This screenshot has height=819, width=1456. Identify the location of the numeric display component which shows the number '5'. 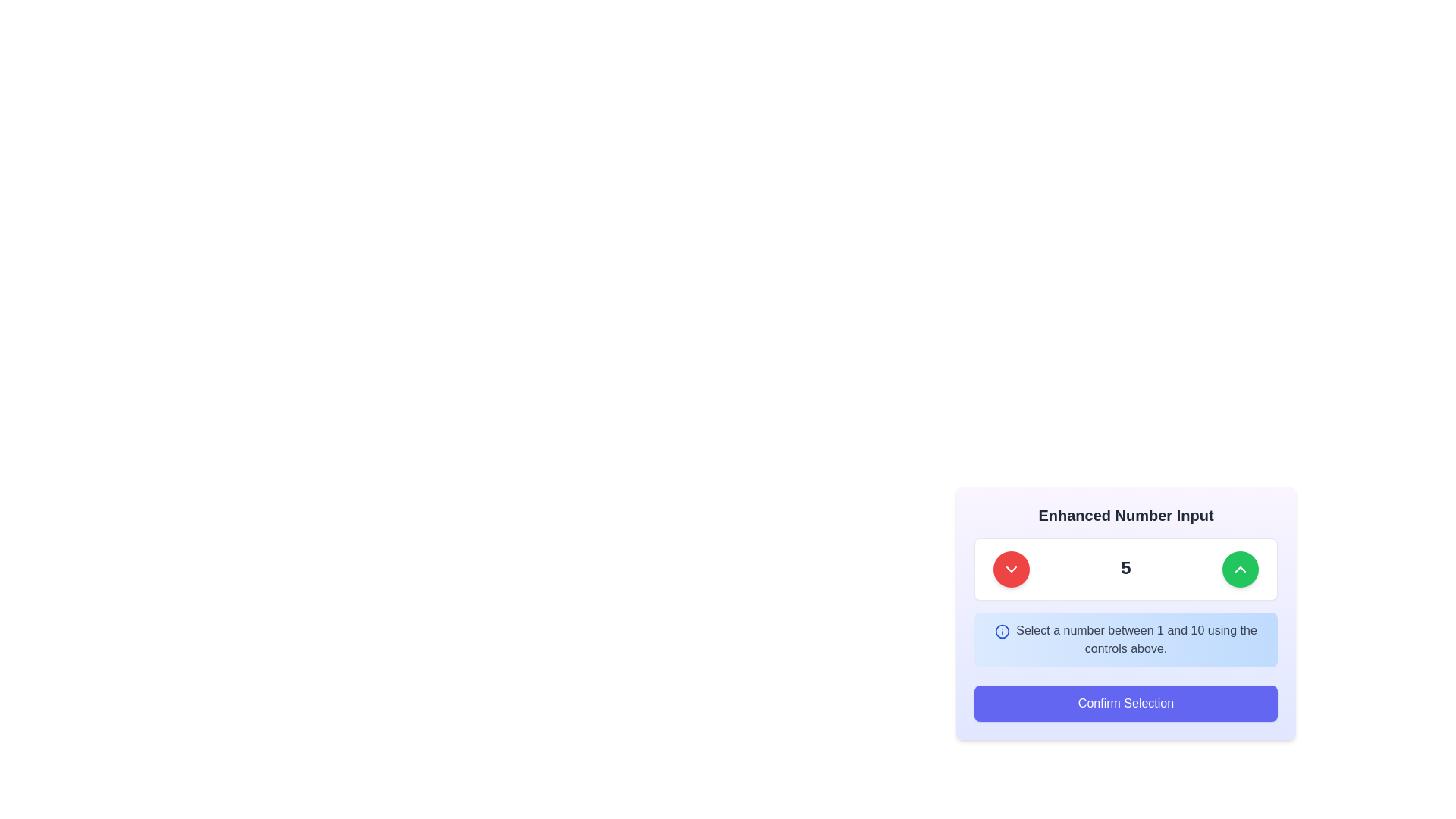
(1125, 570).